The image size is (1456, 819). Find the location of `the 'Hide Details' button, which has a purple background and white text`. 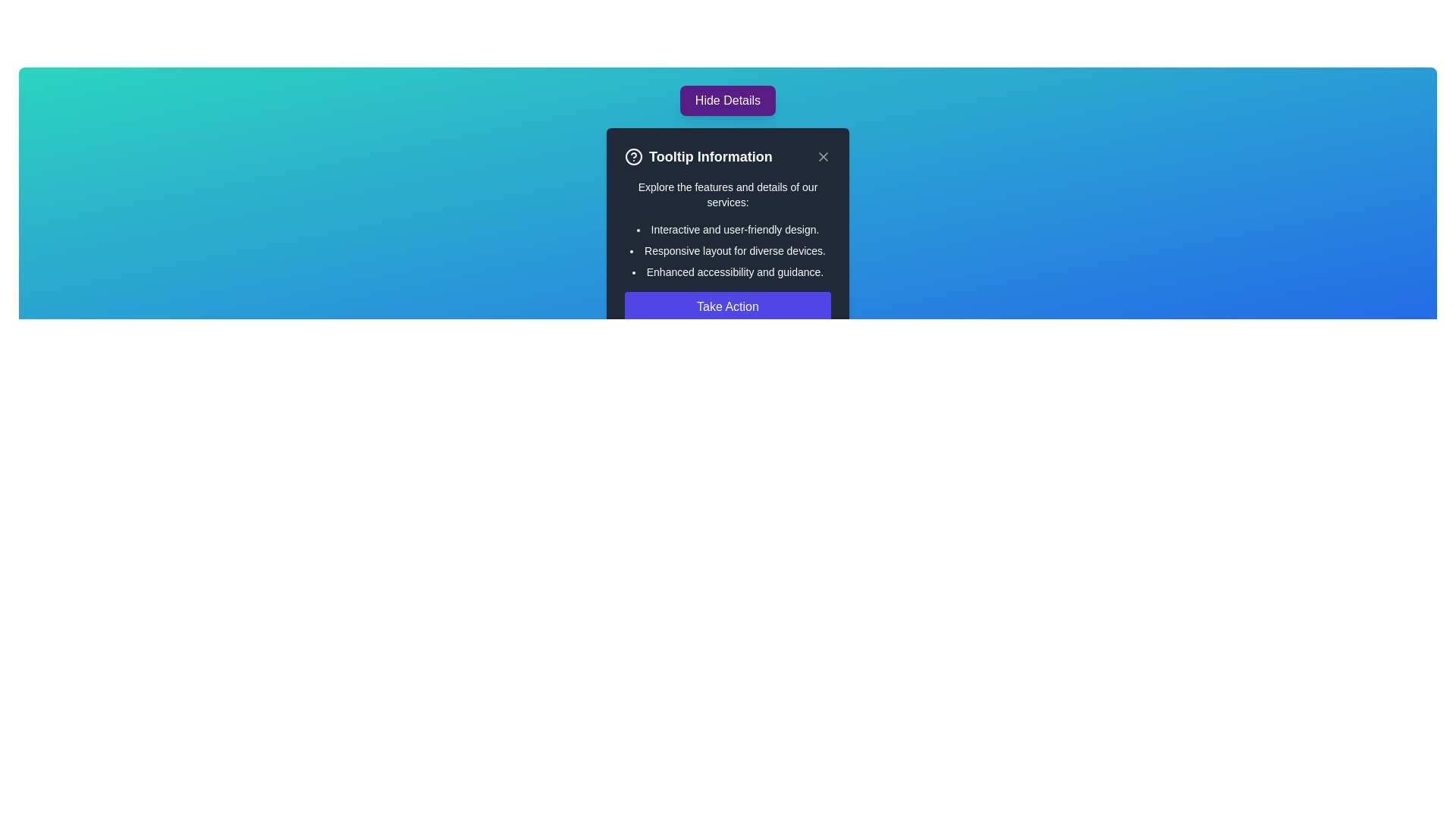

the 'Hide Details' button, which has a purple background and white text is located at coordinates (728, 100).